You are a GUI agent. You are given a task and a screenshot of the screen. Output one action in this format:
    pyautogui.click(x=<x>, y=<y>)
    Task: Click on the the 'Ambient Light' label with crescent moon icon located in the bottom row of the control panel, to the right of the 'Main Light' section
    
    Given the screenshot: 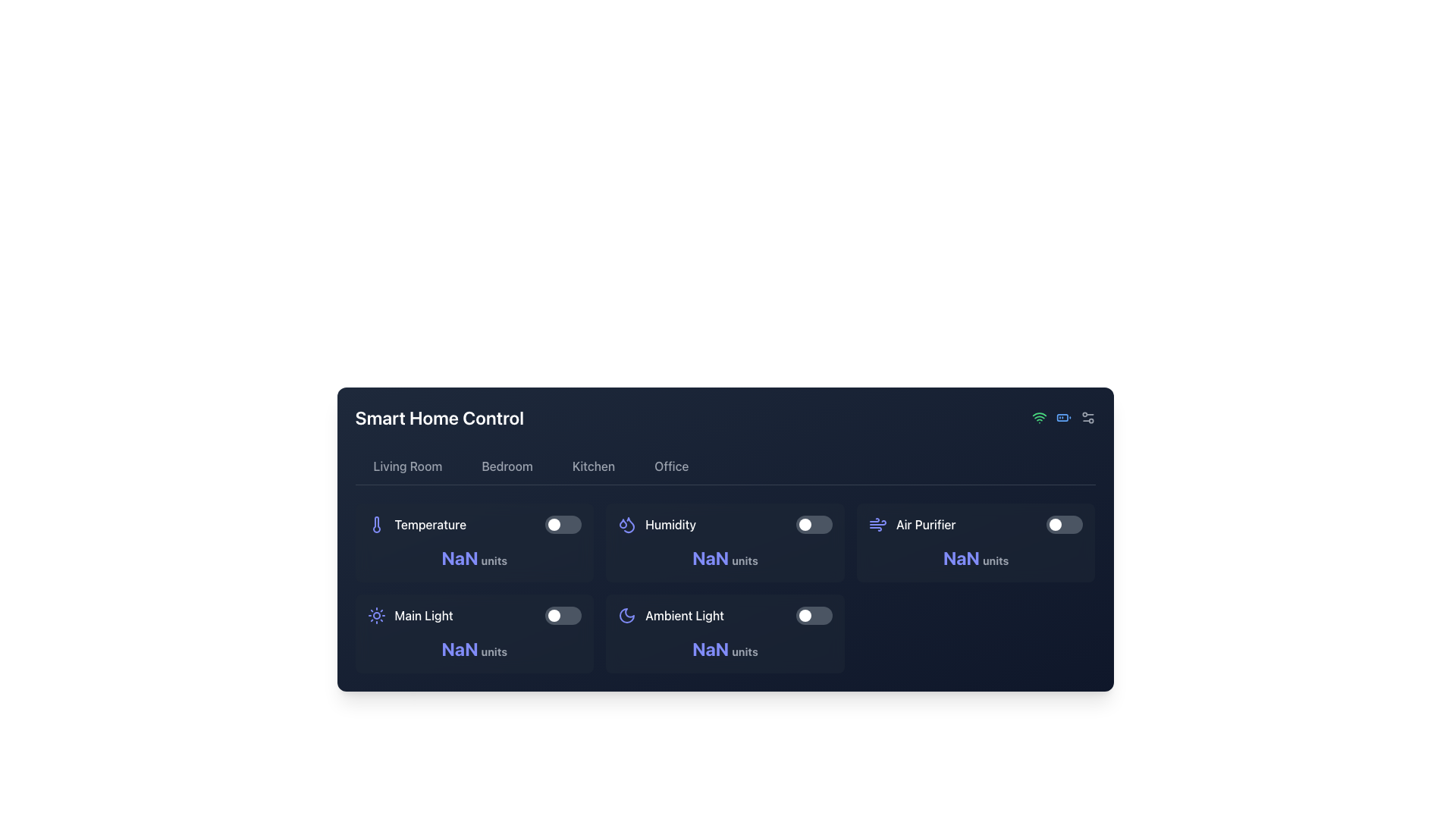 What is the action you would take?
    pyautogui.click(x=670, y=616)
    